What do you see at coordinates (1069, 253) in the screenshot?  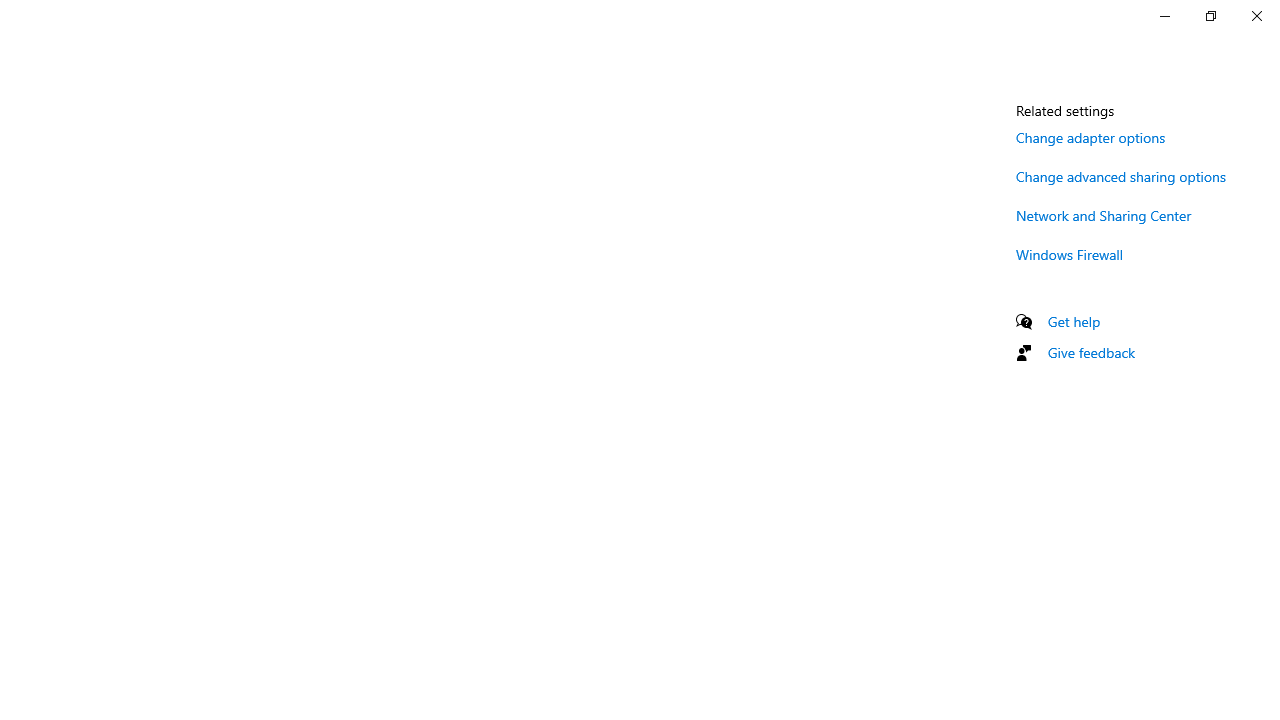 I see `'Windows Firewall'` at bounding box center [1069, 253].